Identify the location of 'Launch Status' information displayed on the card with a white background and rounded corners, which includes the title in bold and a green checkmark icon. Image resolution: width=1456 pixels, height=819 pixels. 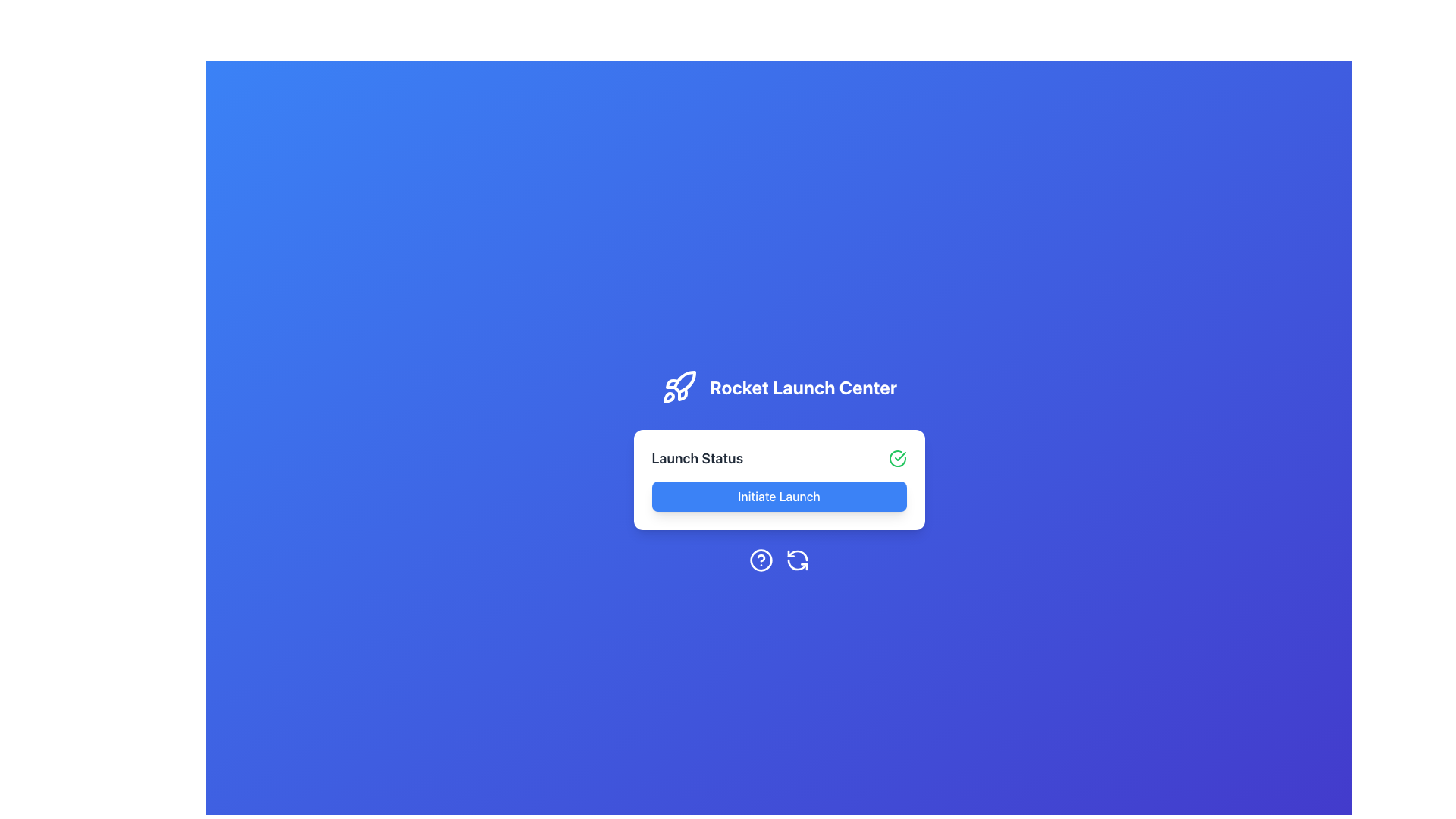
(779, 479).